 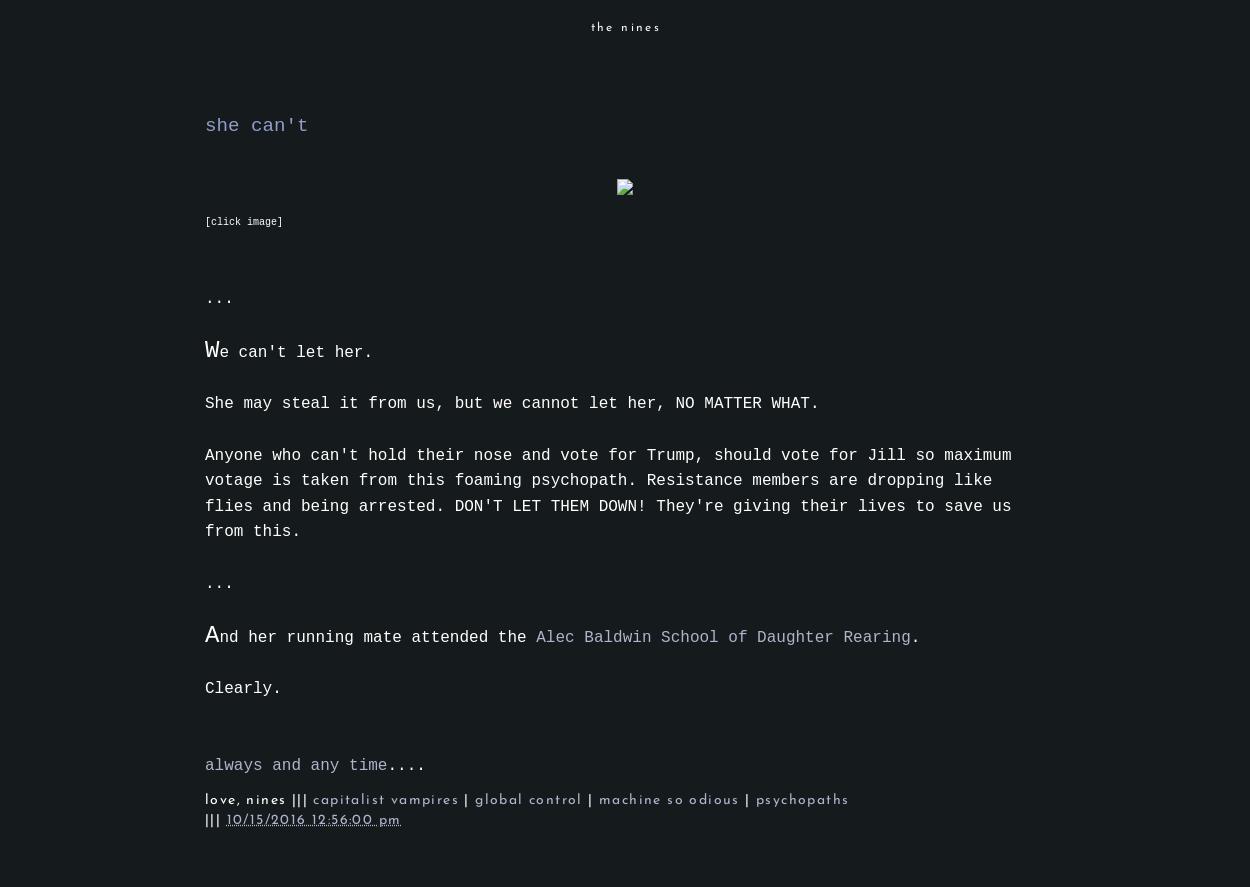 What do you see at coordinates (802, 800) in the screenshot?
I see `'psychopaths'` at bounding box center [802, 800].